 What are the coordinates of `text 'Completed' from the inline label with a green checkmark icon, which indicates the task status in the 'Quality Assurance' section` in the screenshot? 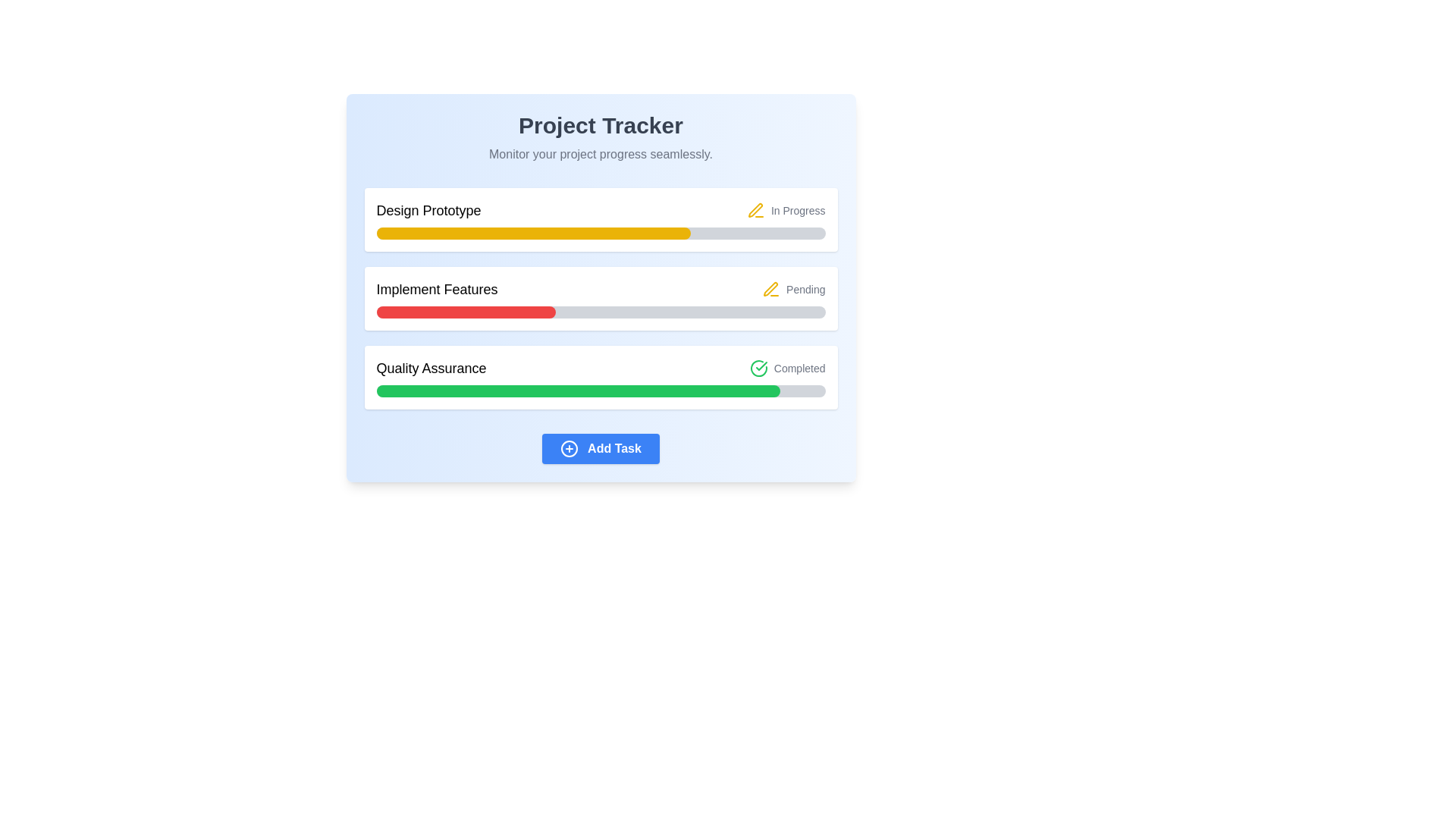 It's located at (787, 369).